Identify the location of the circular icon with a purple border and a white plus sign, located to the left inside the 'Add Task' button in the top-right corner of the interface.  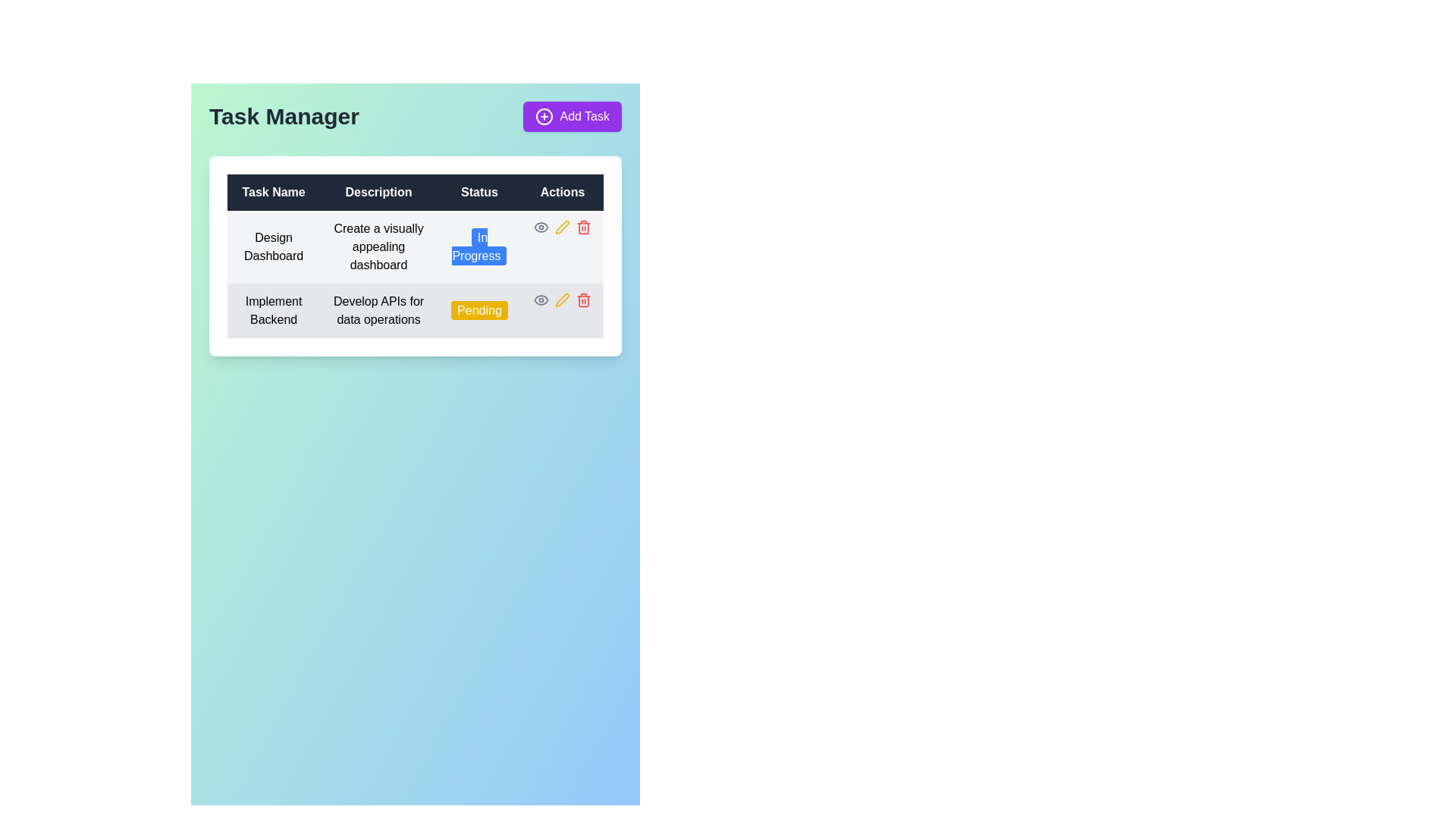
(544, 116).